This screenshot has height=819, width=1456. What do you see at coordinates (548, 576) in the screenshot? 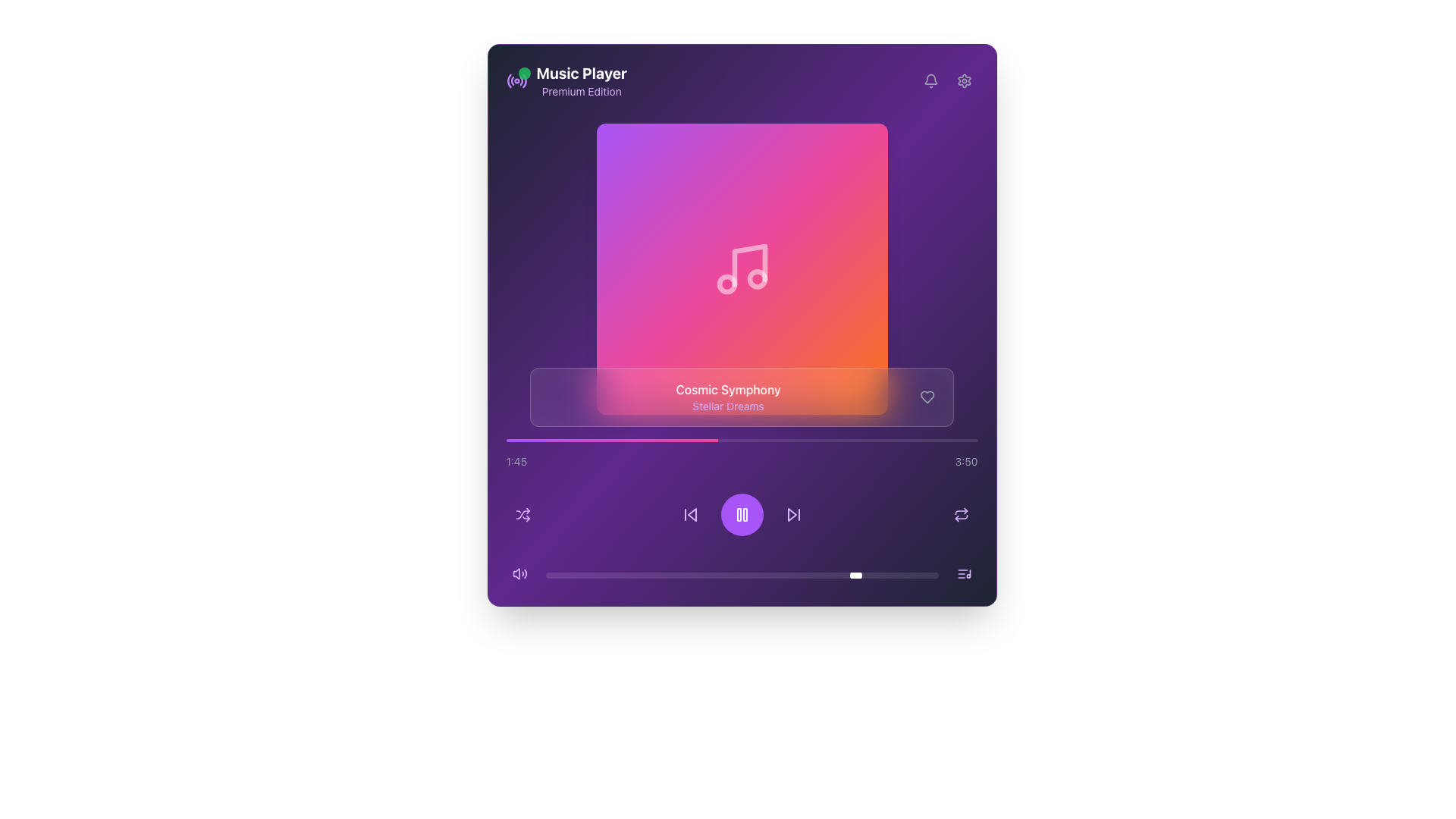
I see `the slider` at bounding box center [548, 576].